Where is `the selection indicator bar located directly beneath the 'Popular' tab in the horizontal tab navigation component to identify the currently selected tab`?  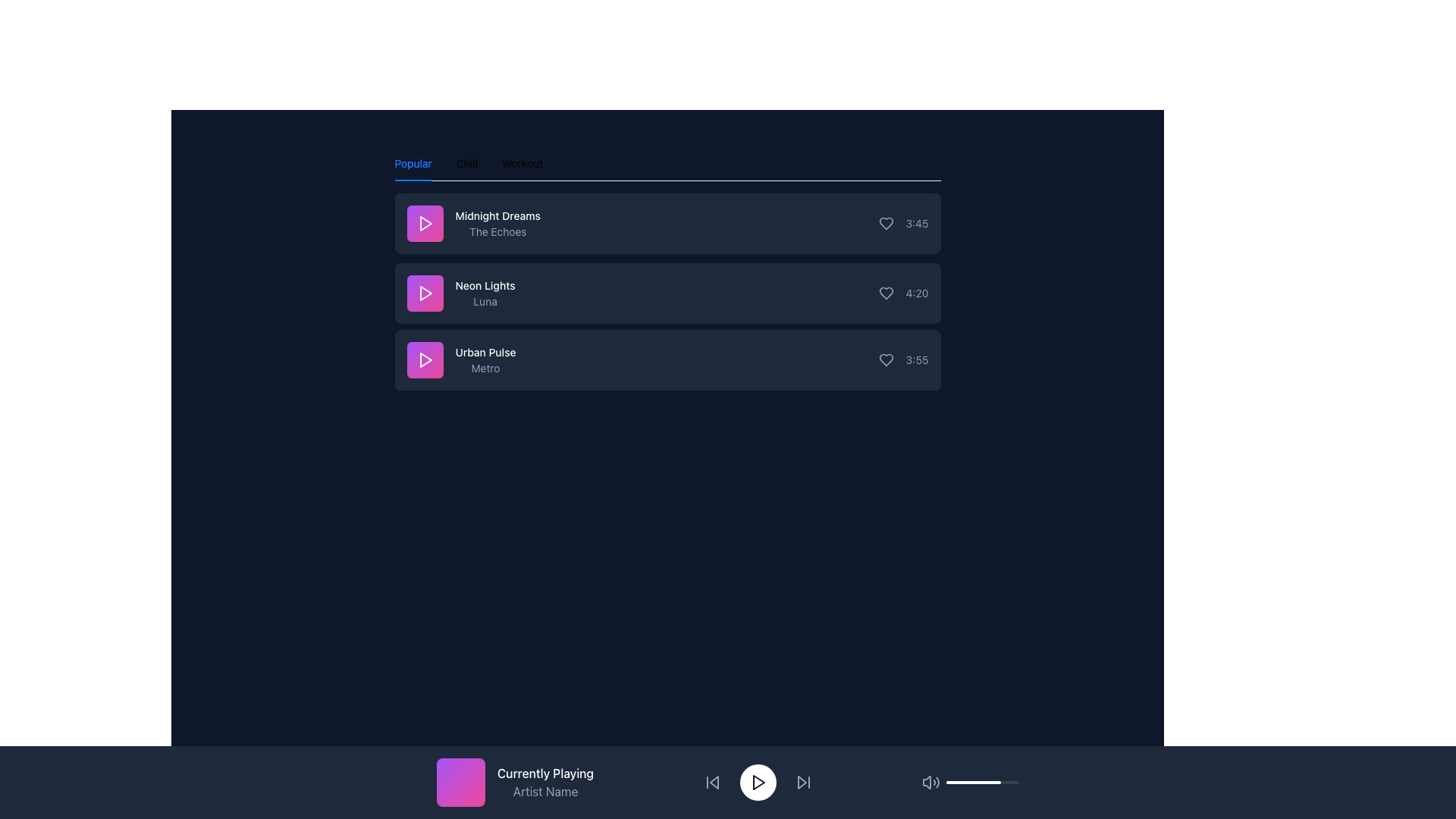 the selection indicator bar located directly beneath the 'Popular' tab in the horizontal tab navigation component to identify the currently selected tab is located at coordinates (413, 180).